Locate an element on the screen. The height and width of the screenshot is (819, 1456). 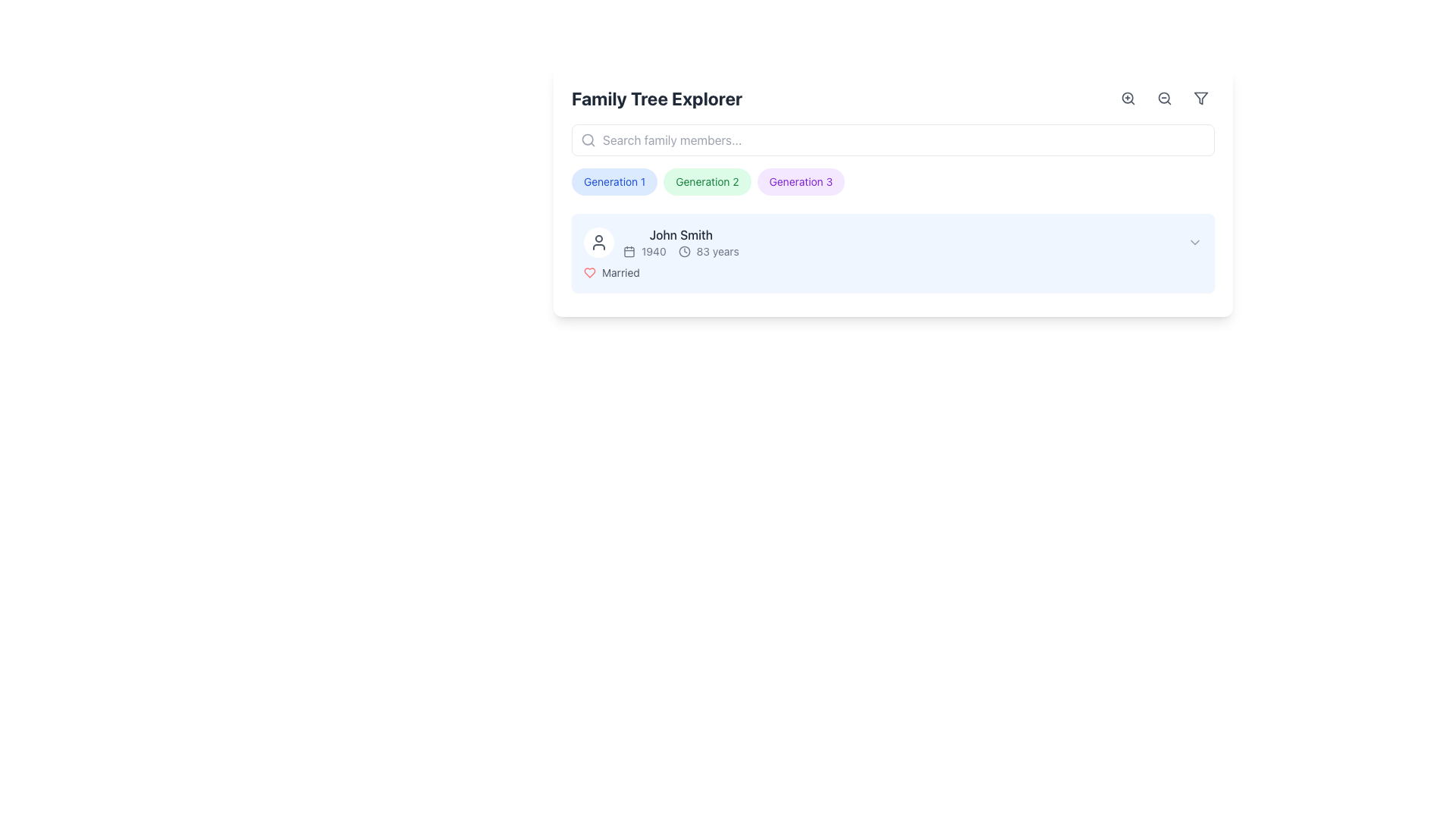
the circular user profile icon with a white background located to the left of the text 'John Smith', '1940', and '83 years' is located at coordinates (598, 242).